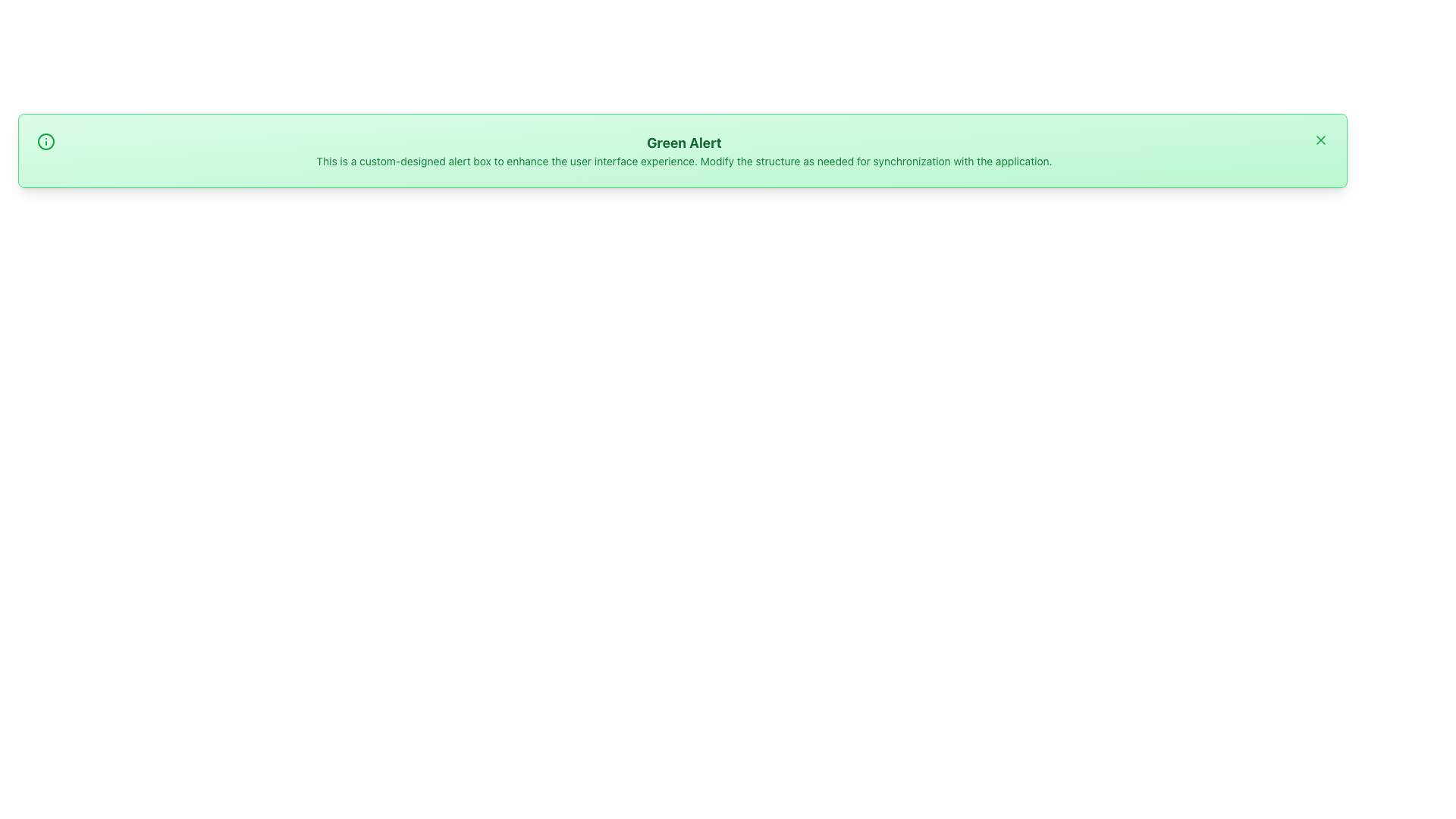 Image resolution: width=1456 pixels, height=819 pixels. What do you see at coordinates (1320, 140) in the screenshot?
I see `the dismiss button located at the top-right corner of the green notification bar to enable keyboard accessibility` at bounding box center [1320, 140].